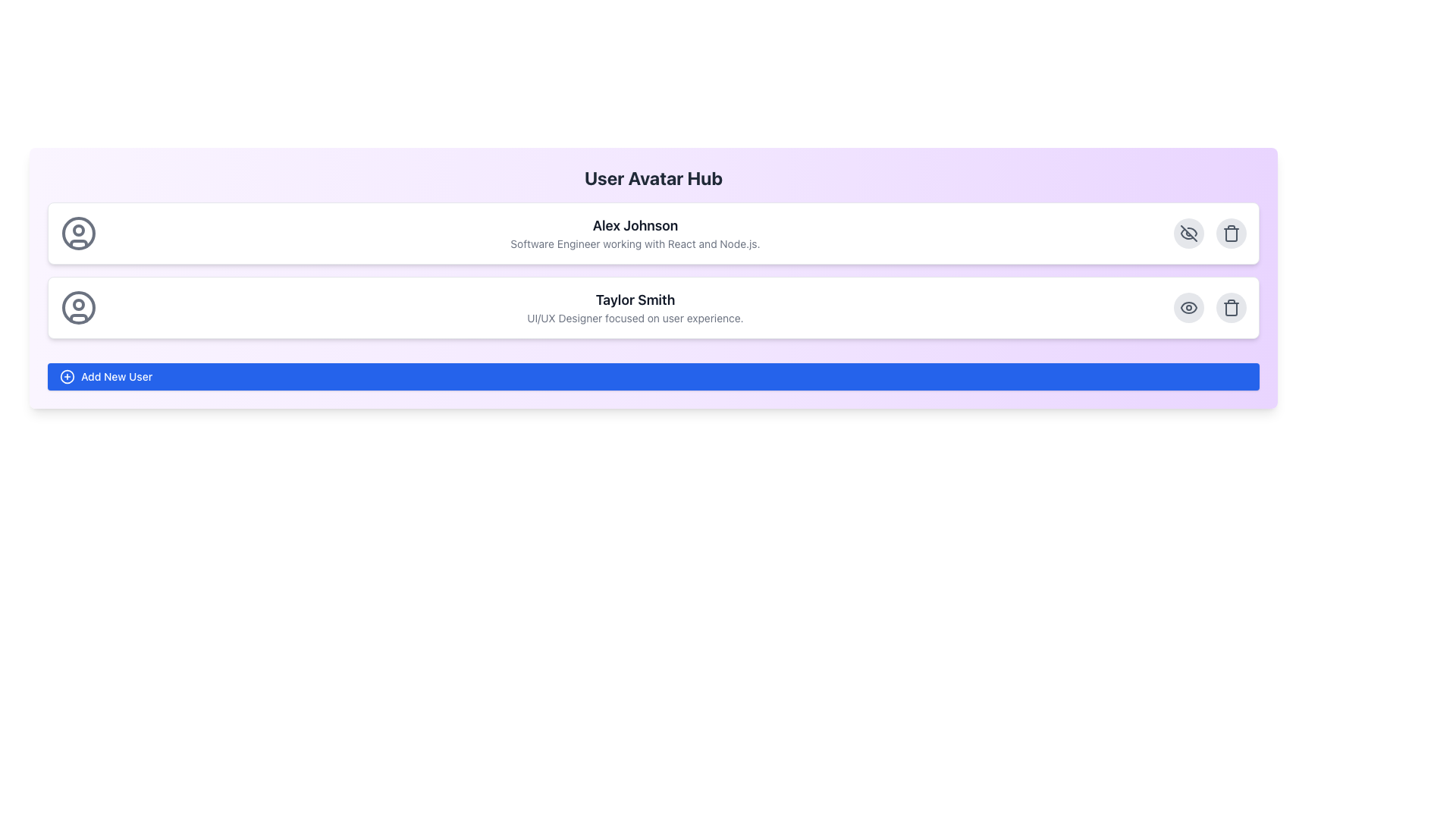  What do you see at coordinates (635, 307) in the screenshot?
I see `the Text Display Section which presents the name and title of a user, located in a white rounded rectangle with other elements nearby` at bounding box center [635, 307].